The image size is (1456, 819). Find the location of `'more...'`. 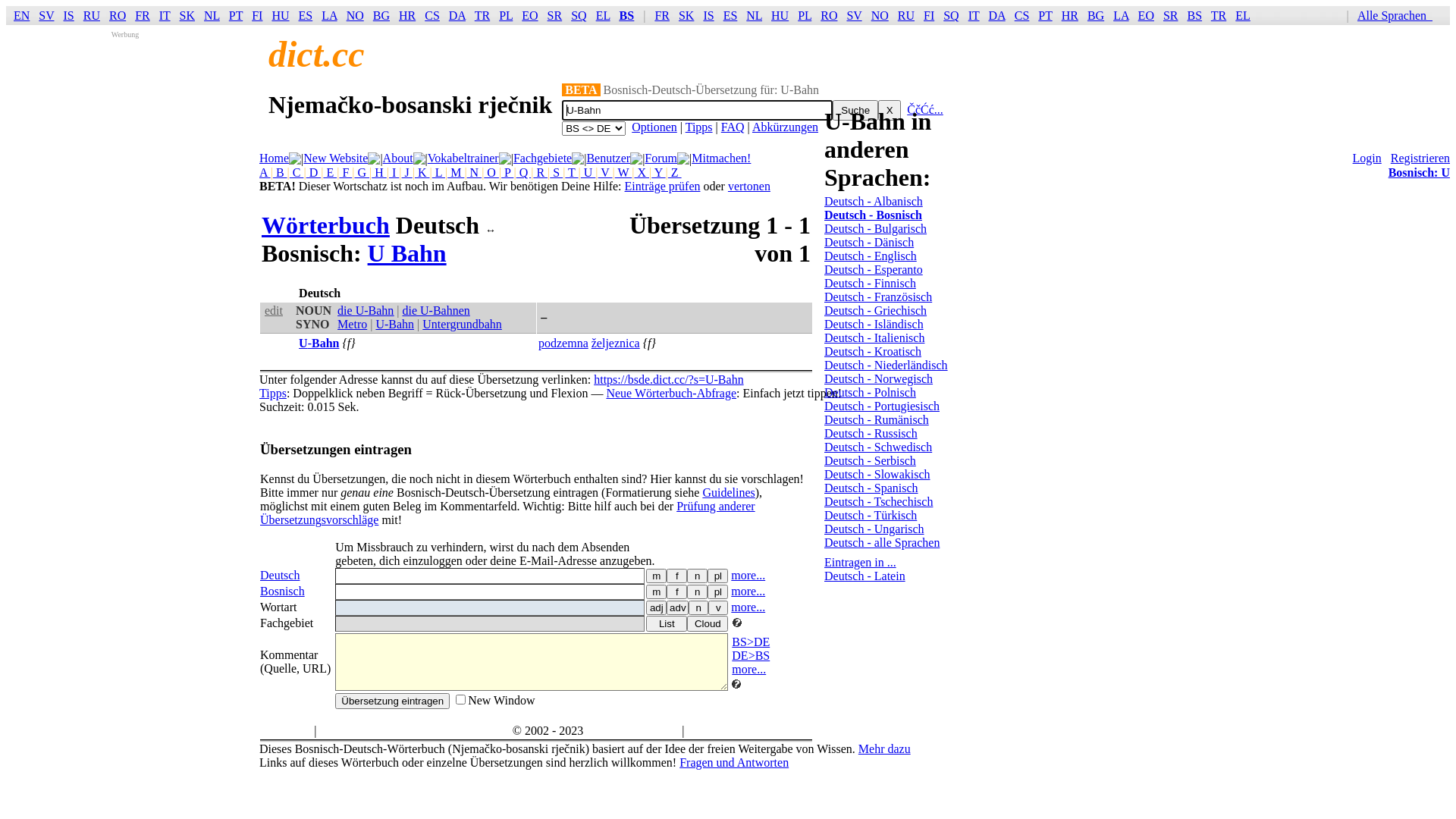

'more...' is located at coordinates (748, 590).